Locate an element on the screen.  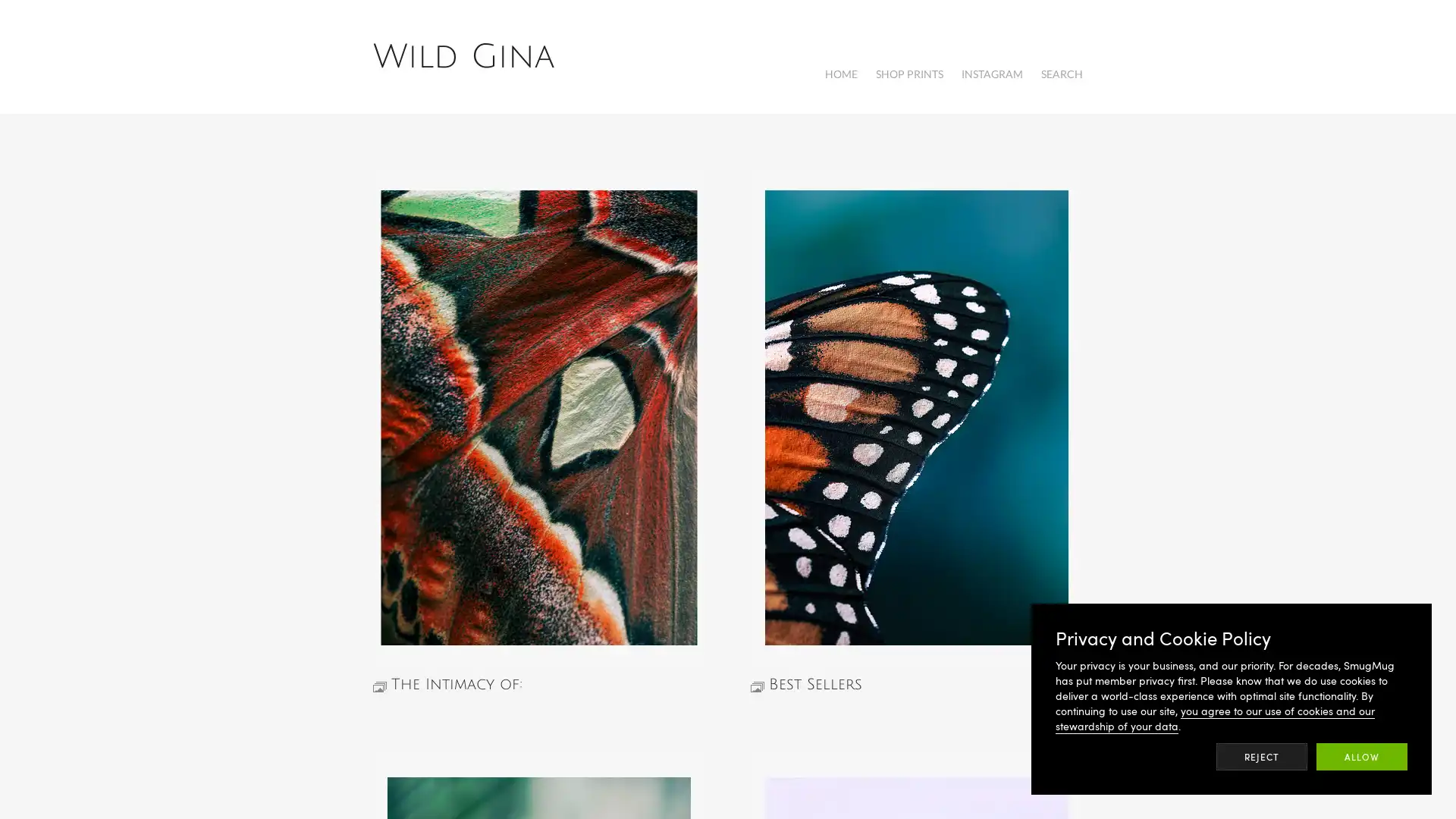
ALLOW is located at coordinates (1361, 757).